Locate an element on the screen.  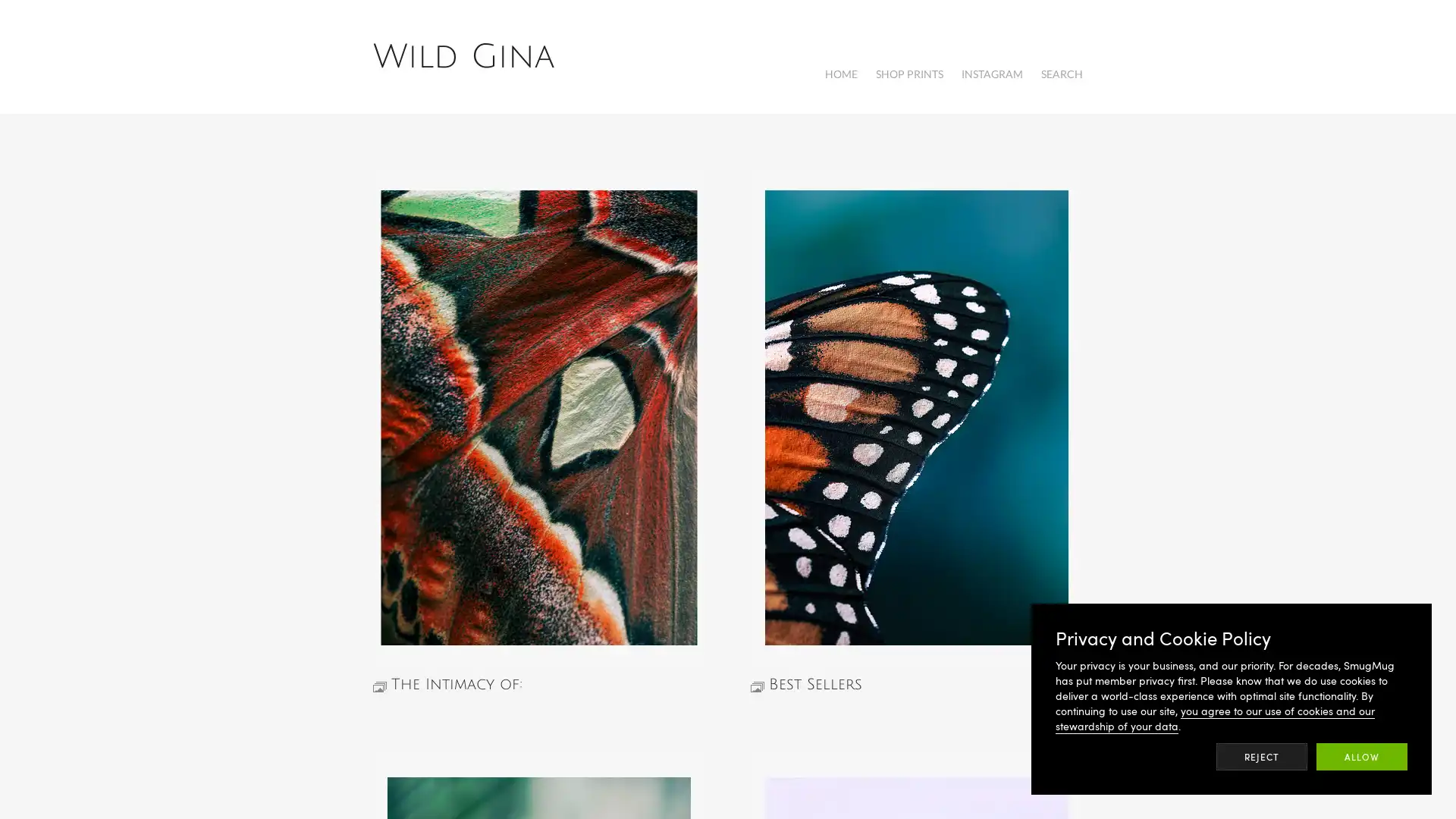
ALLOW is located at coordinates (1361, 757).